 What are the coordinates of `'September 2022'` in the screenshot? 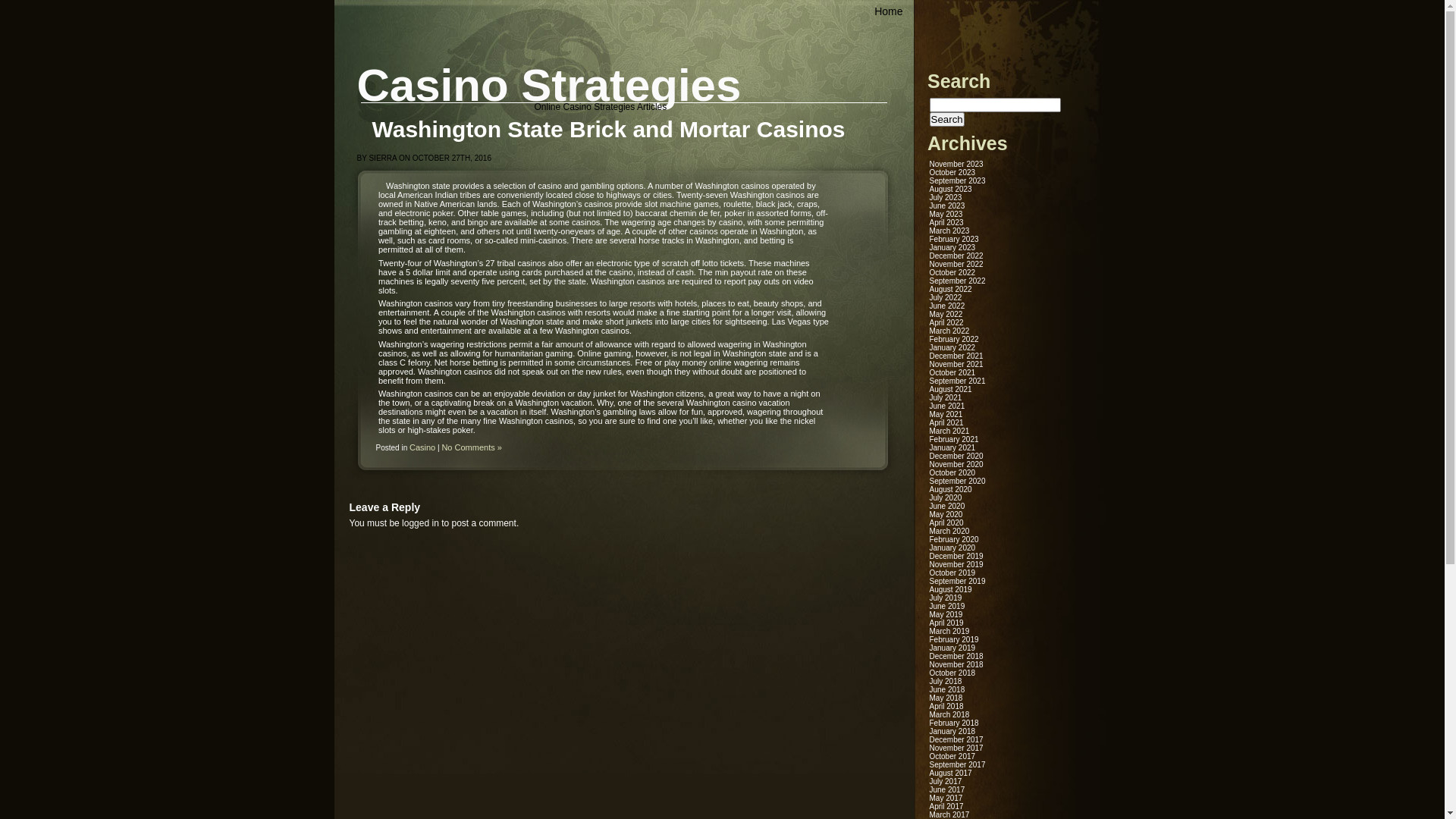 It's located at (956, 281).